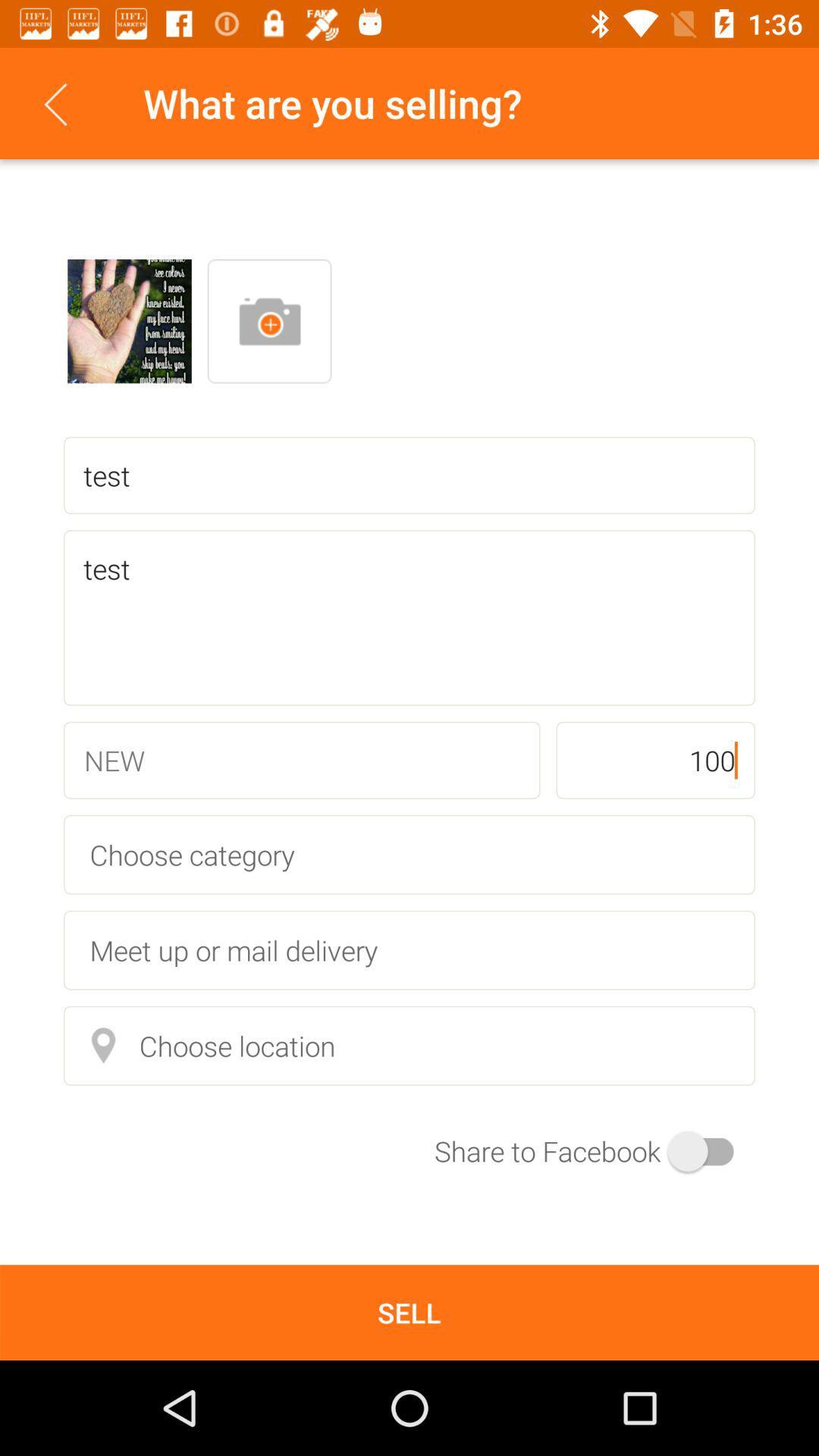 The height and width of the screenshot is (1456, 819). I want to click on photo, so click(128, 320).